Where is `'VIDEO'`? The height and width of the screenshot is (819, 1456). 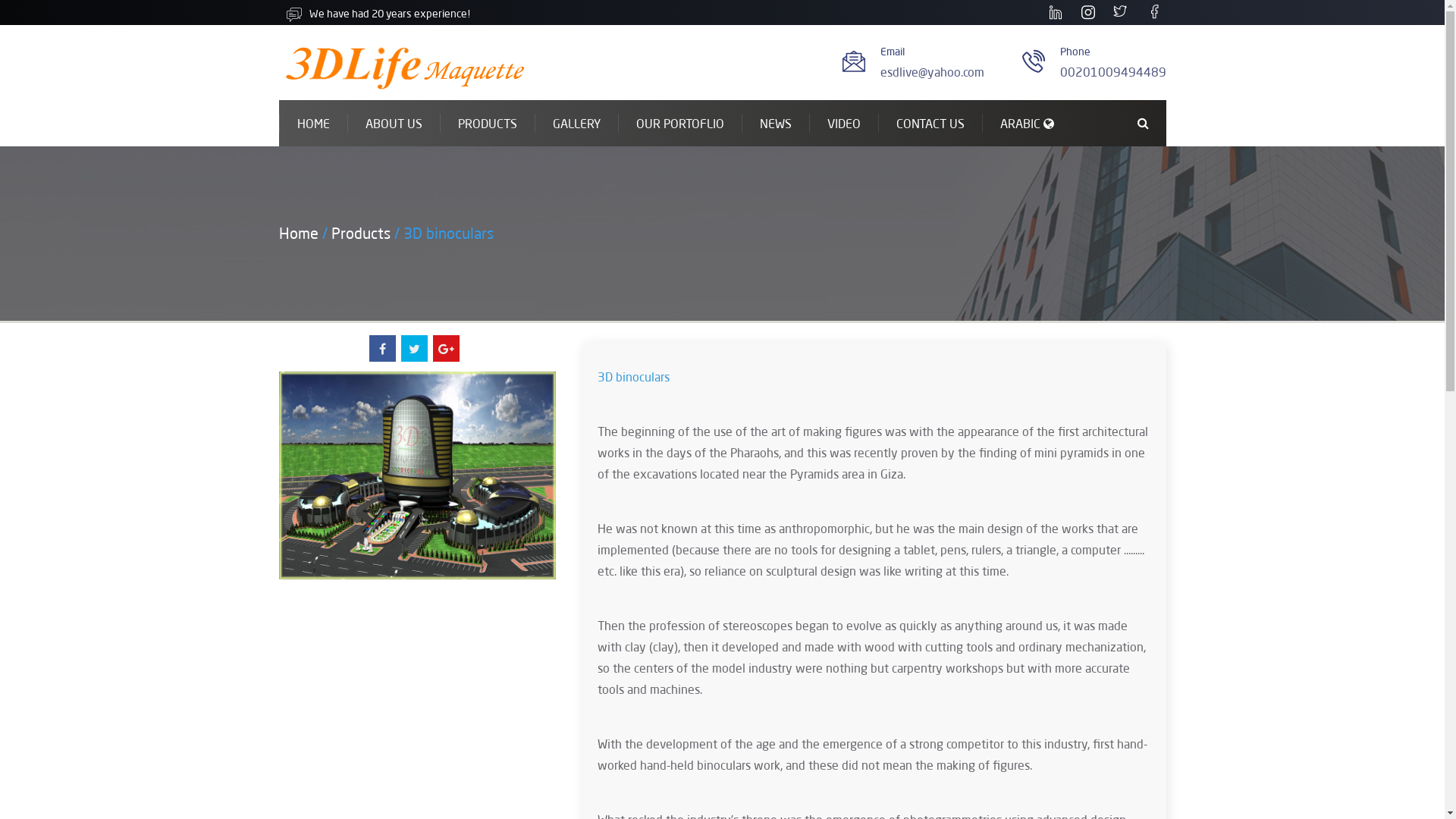
'VIDEO' is located at coordinates (807, 122).